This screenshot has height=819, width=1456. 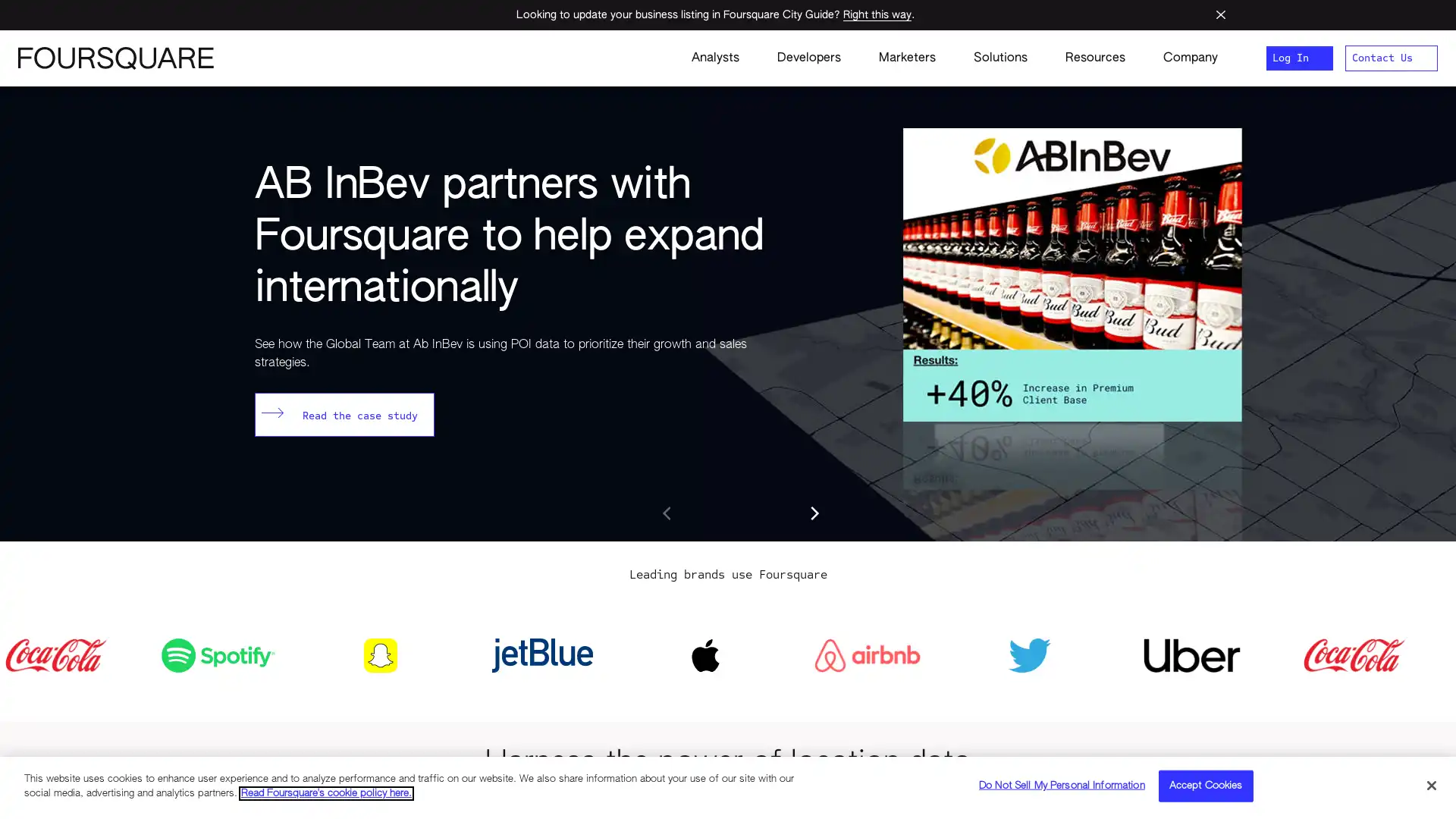 I want to click on Accept Cookies, so click(x=1204, y=785).